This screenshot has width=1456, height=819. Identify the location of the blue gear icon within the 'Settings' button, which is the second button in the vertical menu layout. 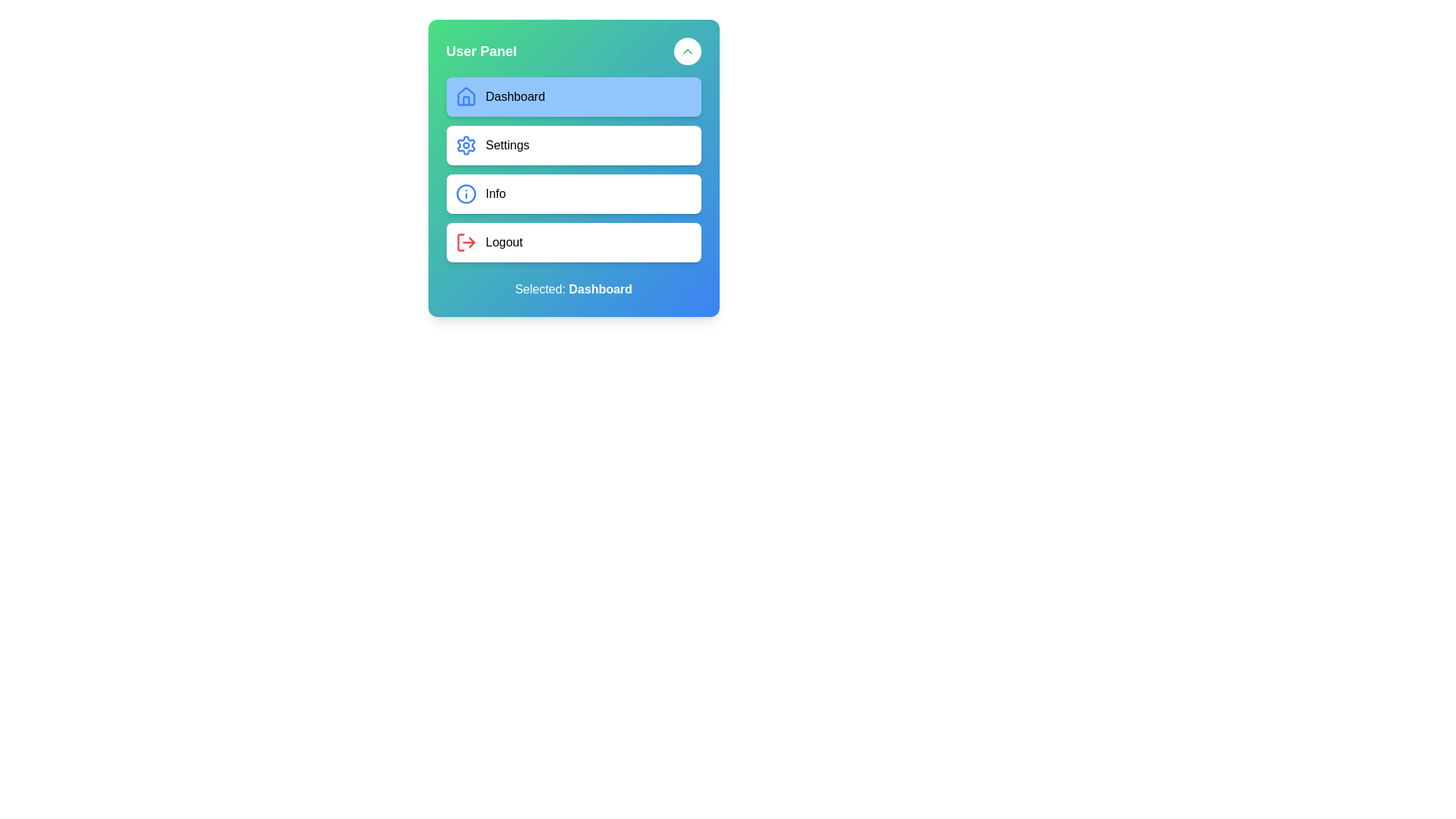
(465, 146).